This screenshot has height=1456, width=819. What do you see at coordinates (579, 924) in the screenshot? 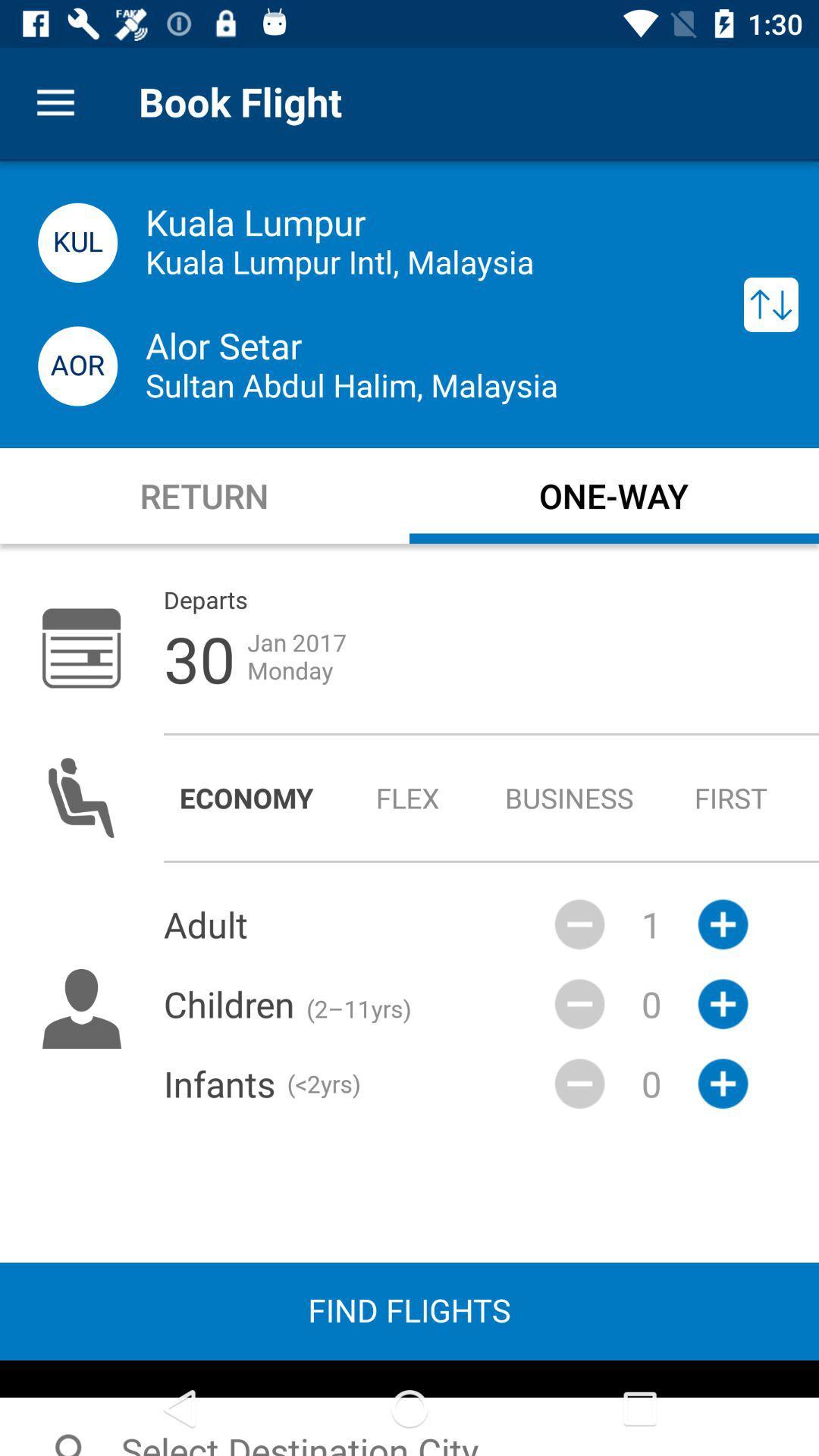
I see `the minus icon` at bounding box center [579, 924].